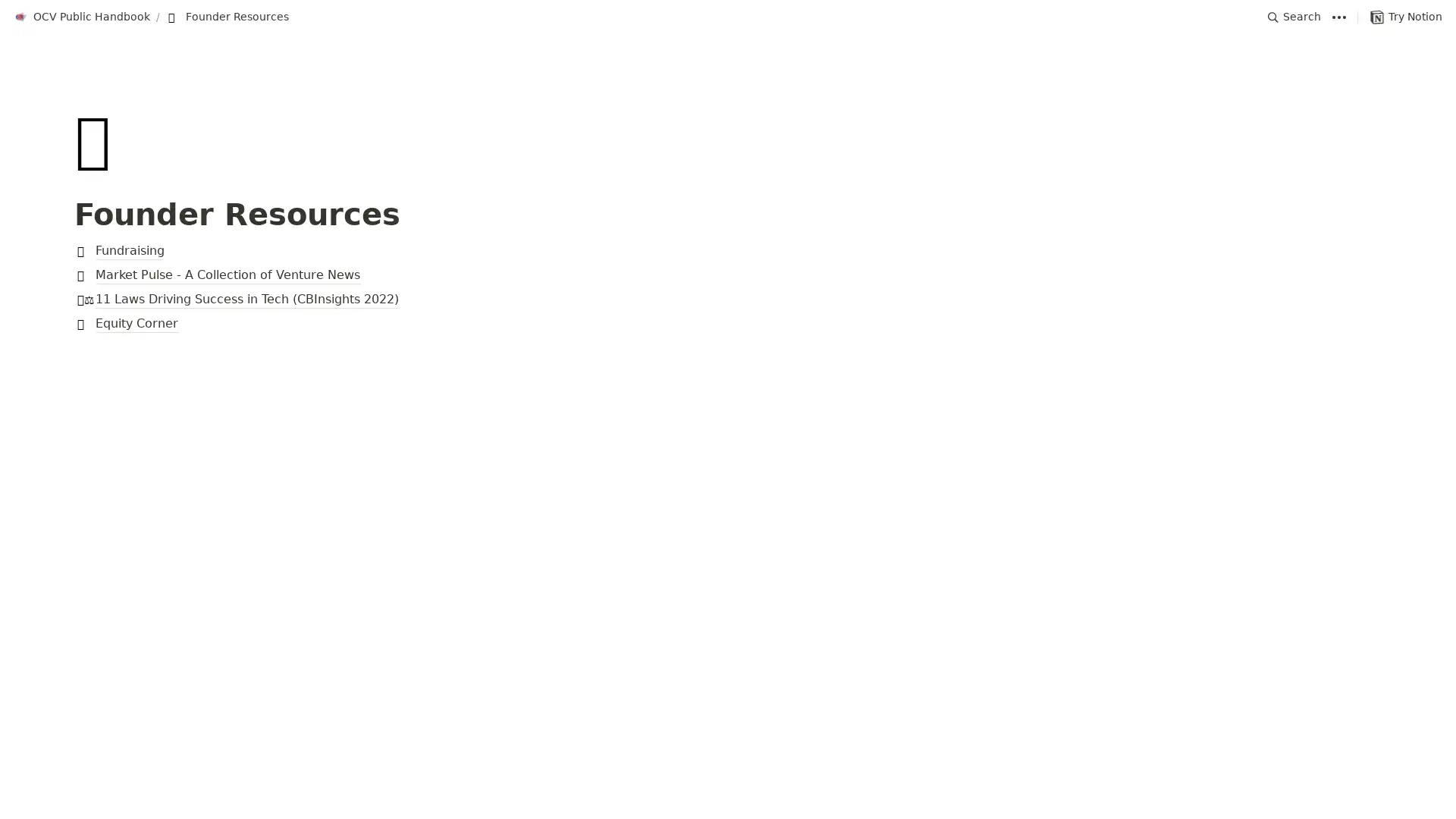 This screenshot has height=819, width=1456. Describe the element at coordinates (728, 300) in the screenshot. I see `11 Laws Driving Success in Tech (CBInsights 2022)` at that location.